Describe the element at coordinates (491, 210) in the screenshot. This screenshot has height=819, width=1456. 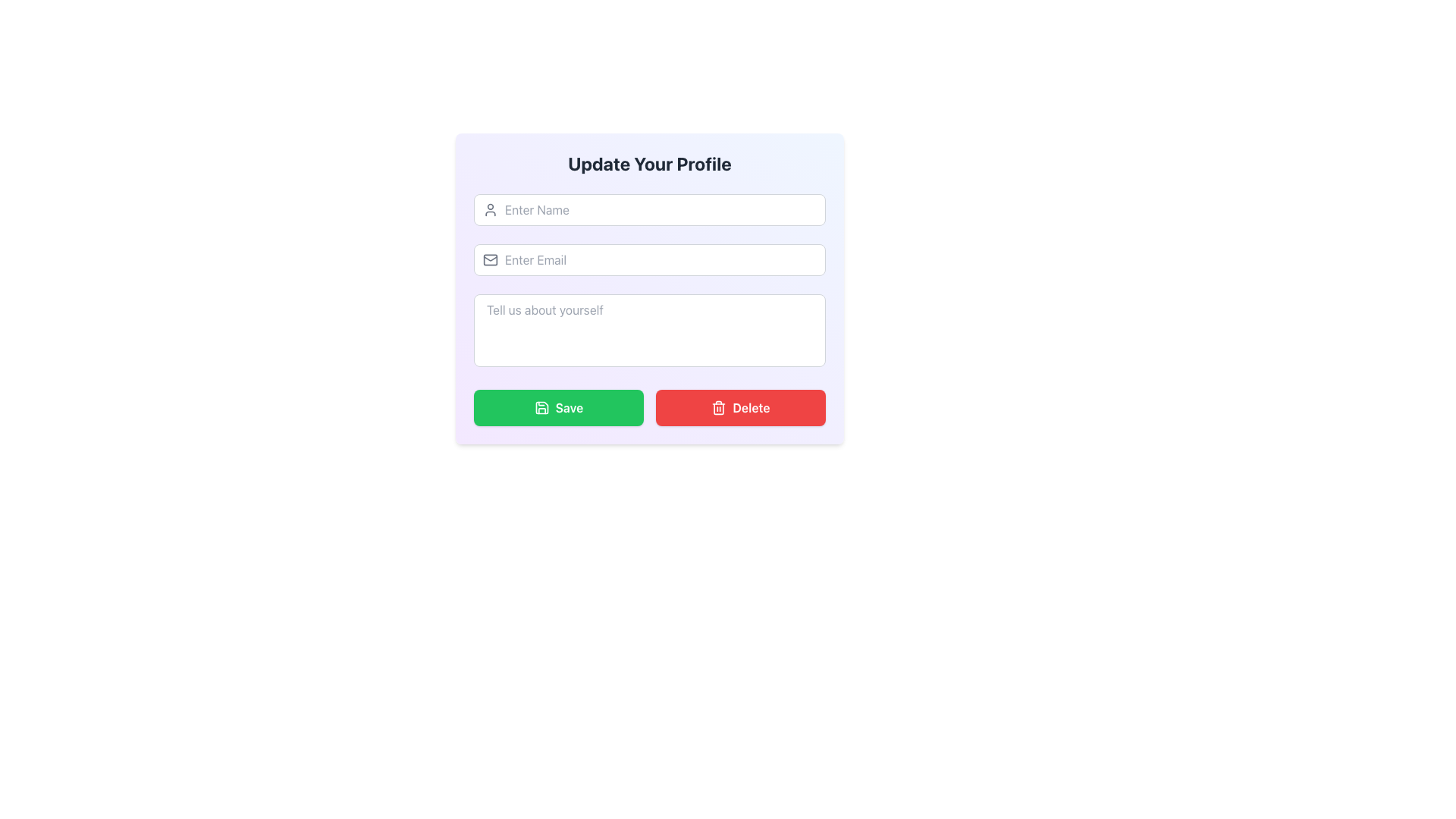
I see `the decorative SVG icon located at the leftmost part of the name input field in the 'Update Your Profile' form` at that location.